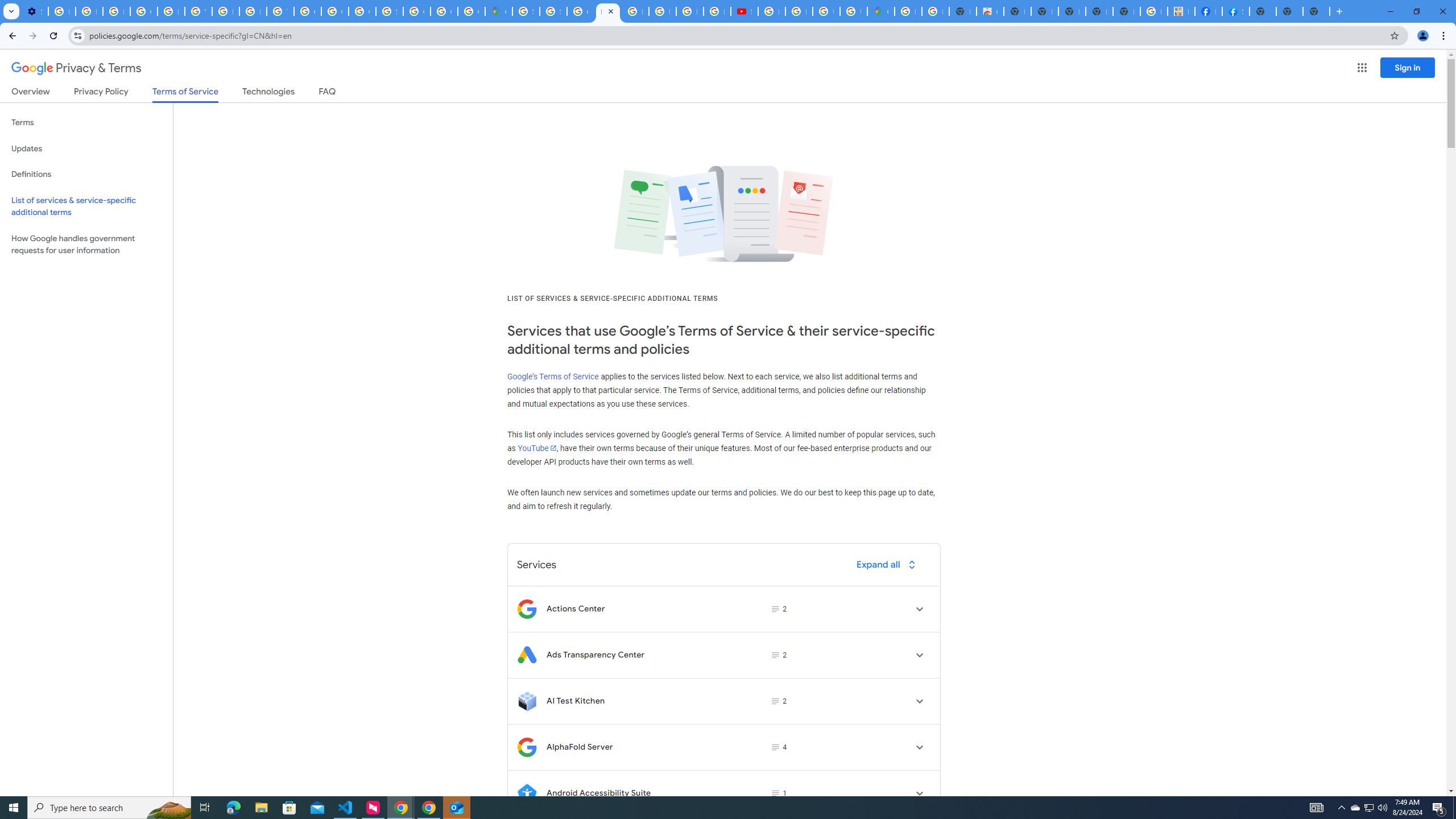 The height and width of the screenshot is (819, 1456). I want to click on 'Blogger Policies and Guidelines - Transparency Center', so click(635, 11).